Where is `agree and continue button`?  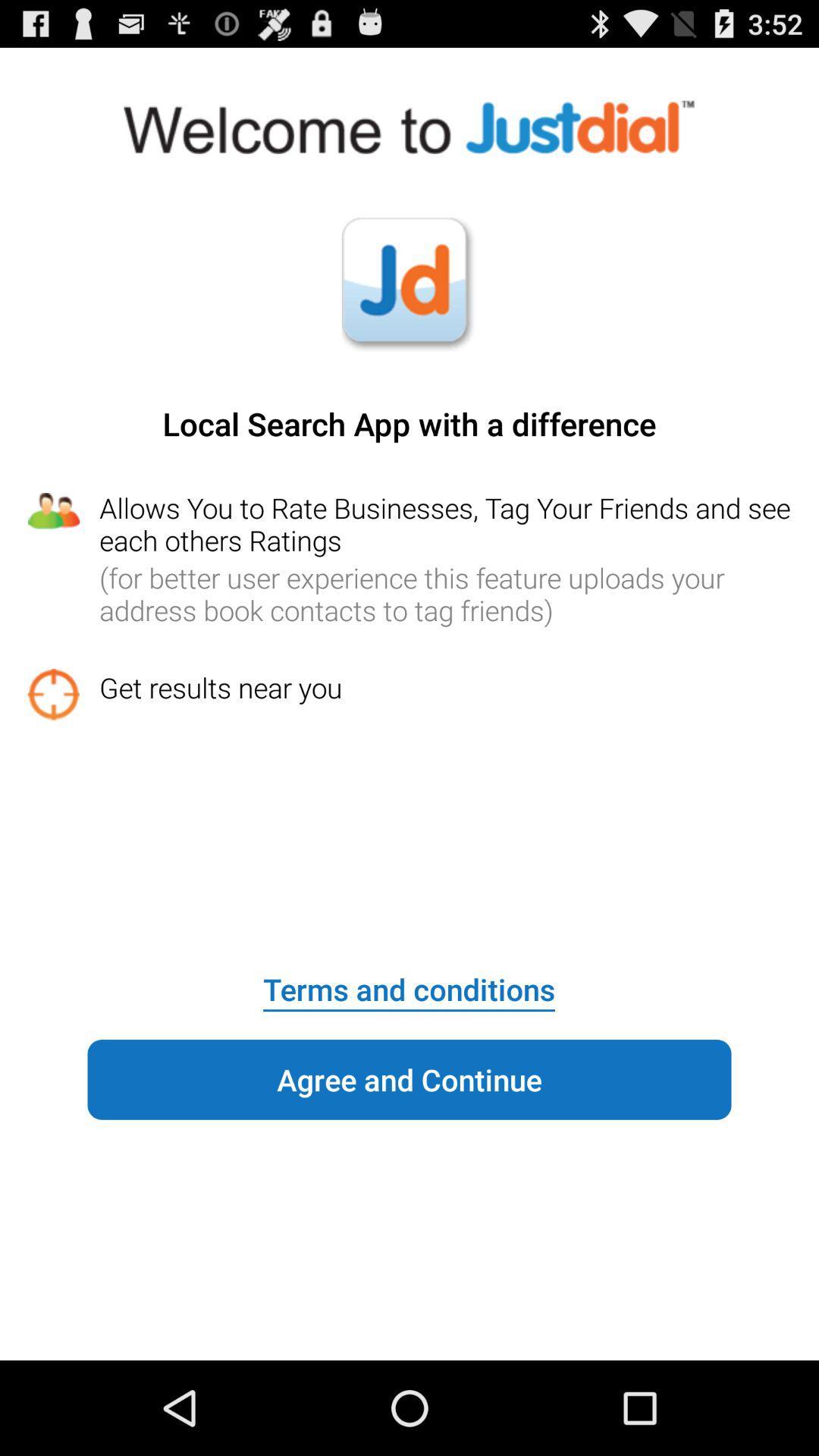
agree and continue button is located at coordinates (409, 1078).